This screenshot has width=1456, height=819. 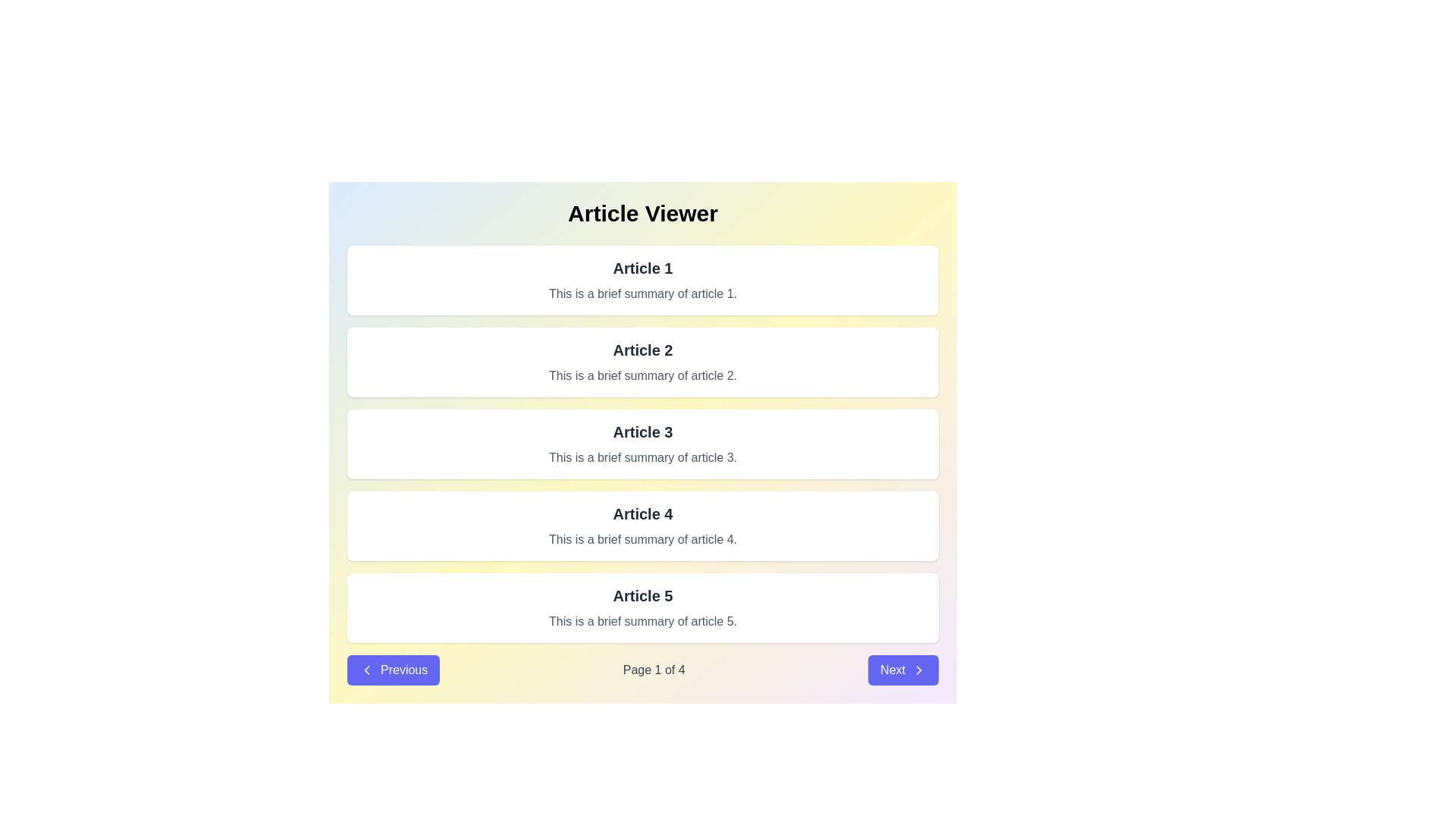 I want to click on the 'Next' button located at the bottom-right corner of the interface, adjacent to the text 'Page 1 of 4', so click(x=903, y=669).